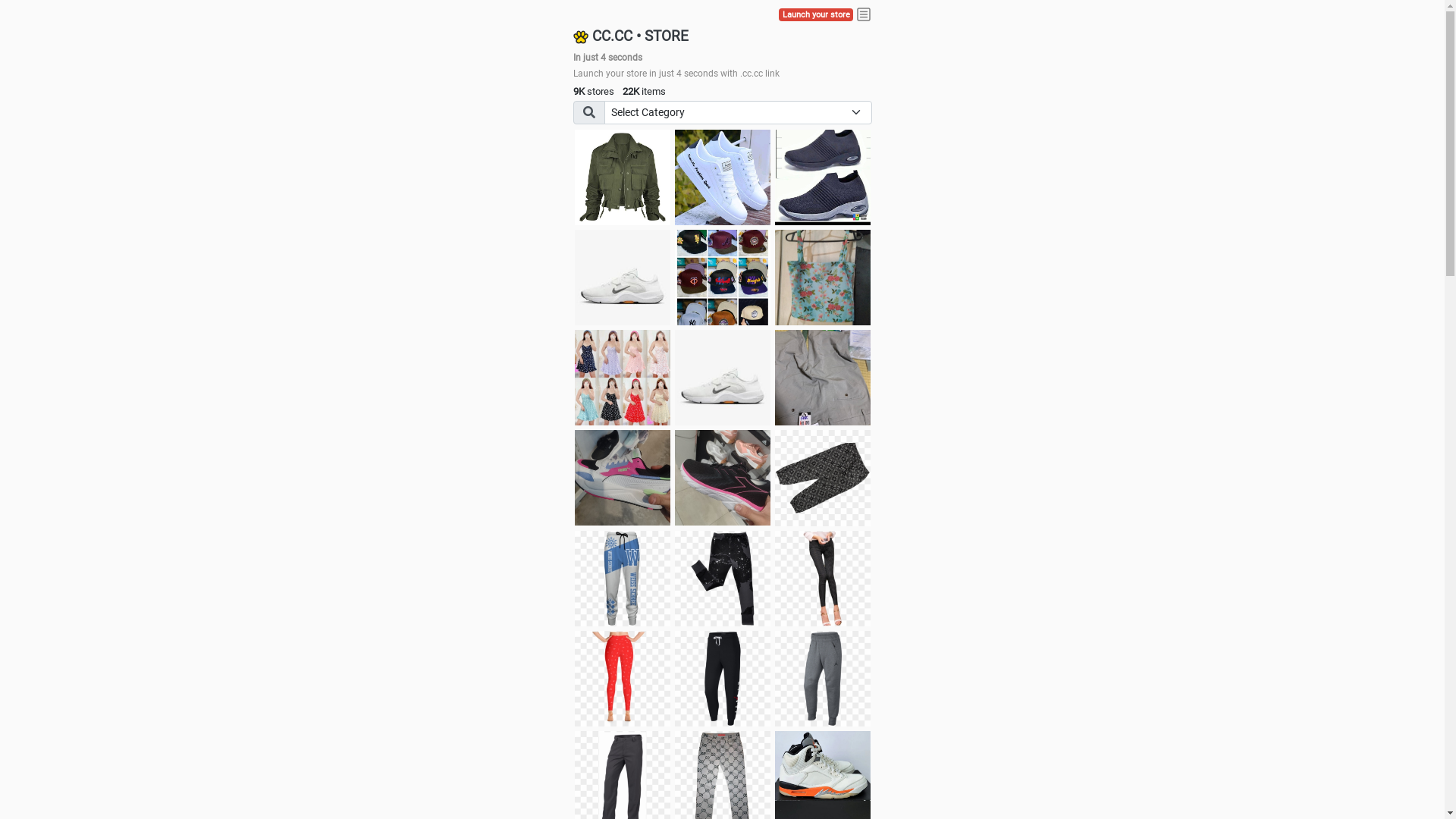 The height and width of the screenshot is (819, 1456). What do you see at coordinates (775, 476) in the screenshot?
I see `'Short pant'` at bounding box center [775, 476].